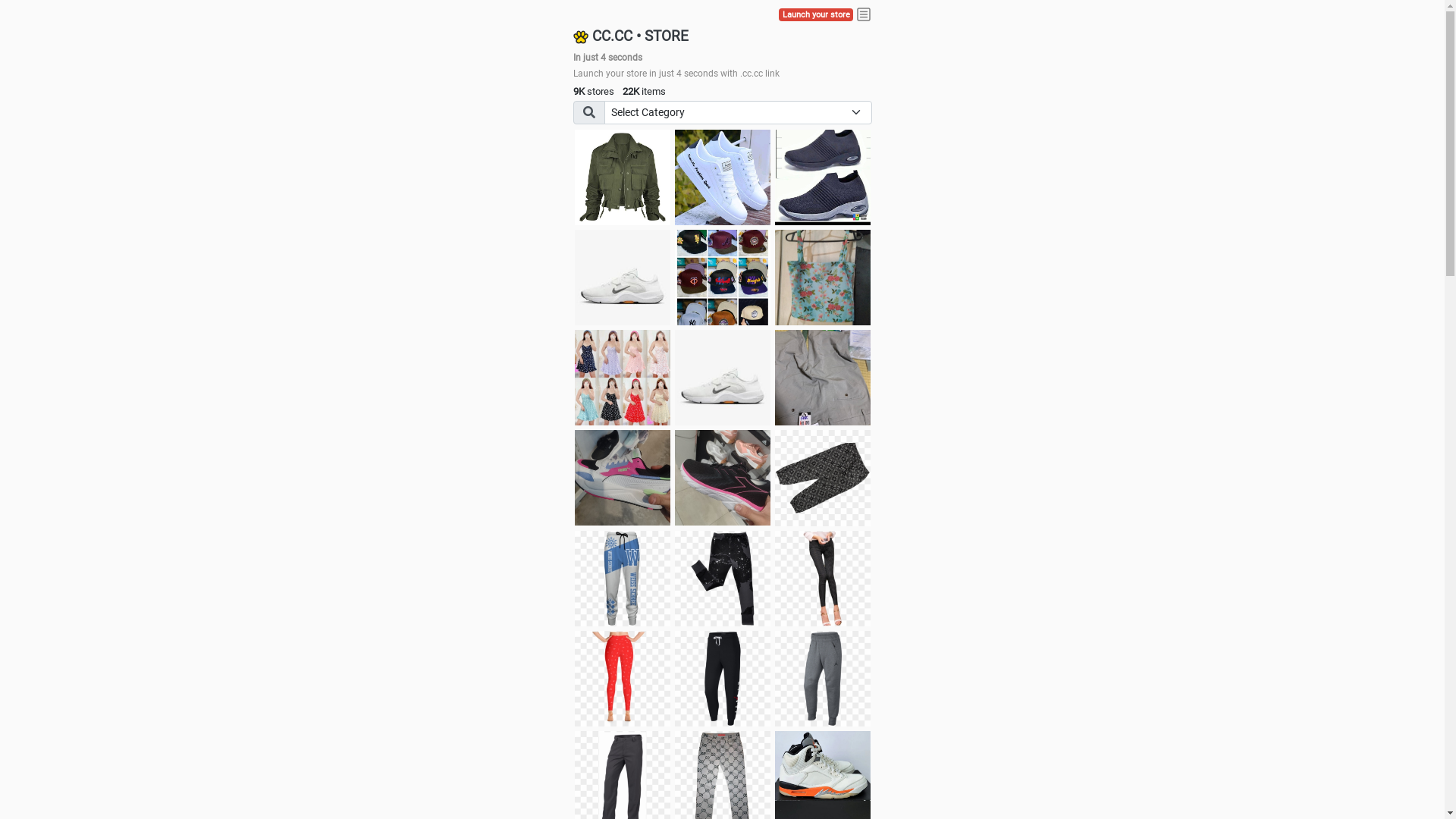 The height and width of the screenshot is (819, 1456). What do you see at coordinates (775, 476) in the screenshot?
I see `'Short pant'` at bounding box center [775, 476].